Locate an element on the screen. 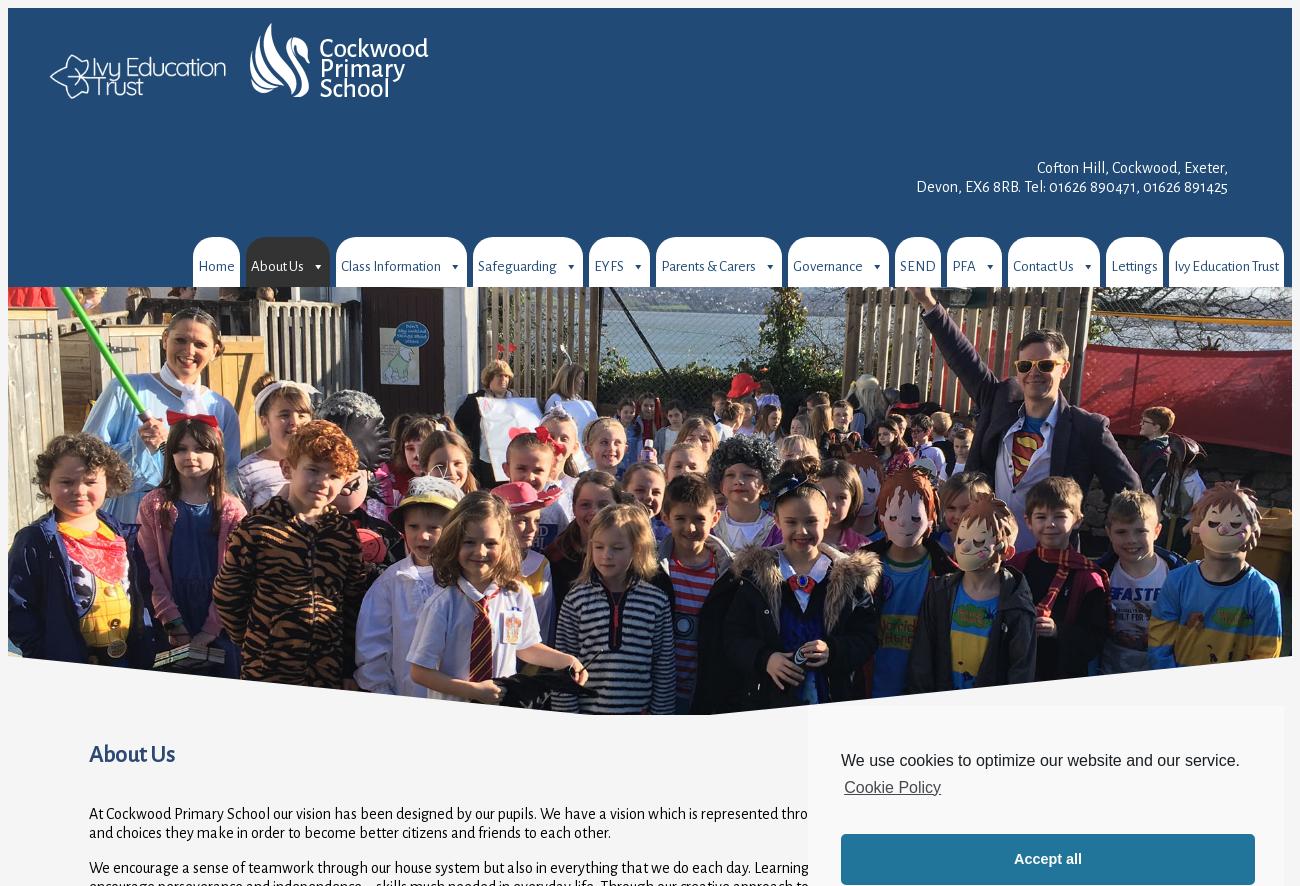  'Parents & Carers' is located at coordinates (708, 266).